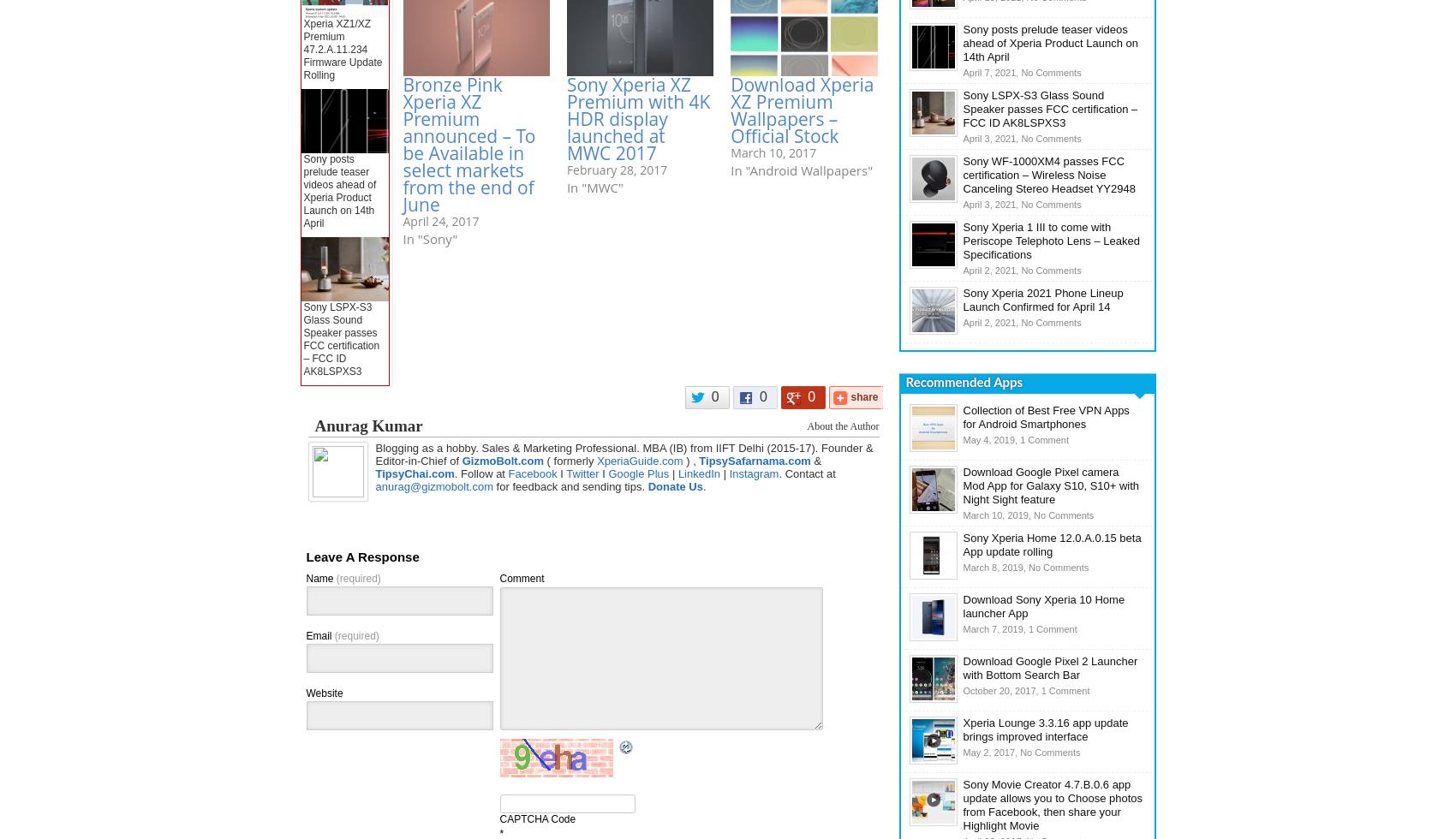 The image size is (1456, 839). I want to click on 'May 4, 2019,', so click(991, 440).